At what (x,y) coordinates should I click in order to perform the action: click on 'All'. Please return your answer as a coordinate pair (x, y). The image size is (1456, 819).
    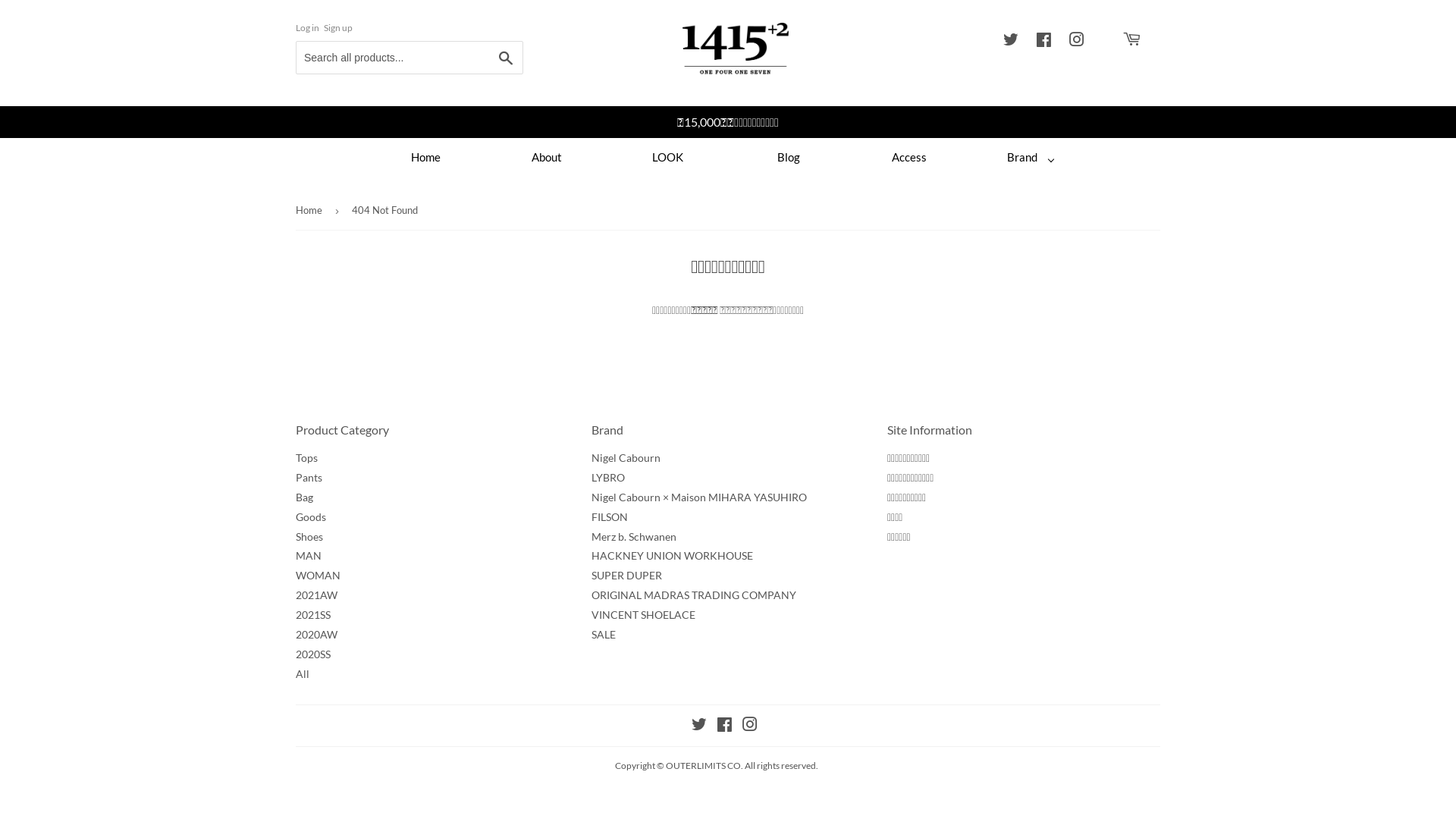
    Looking at the image, I should click on (295, 673).